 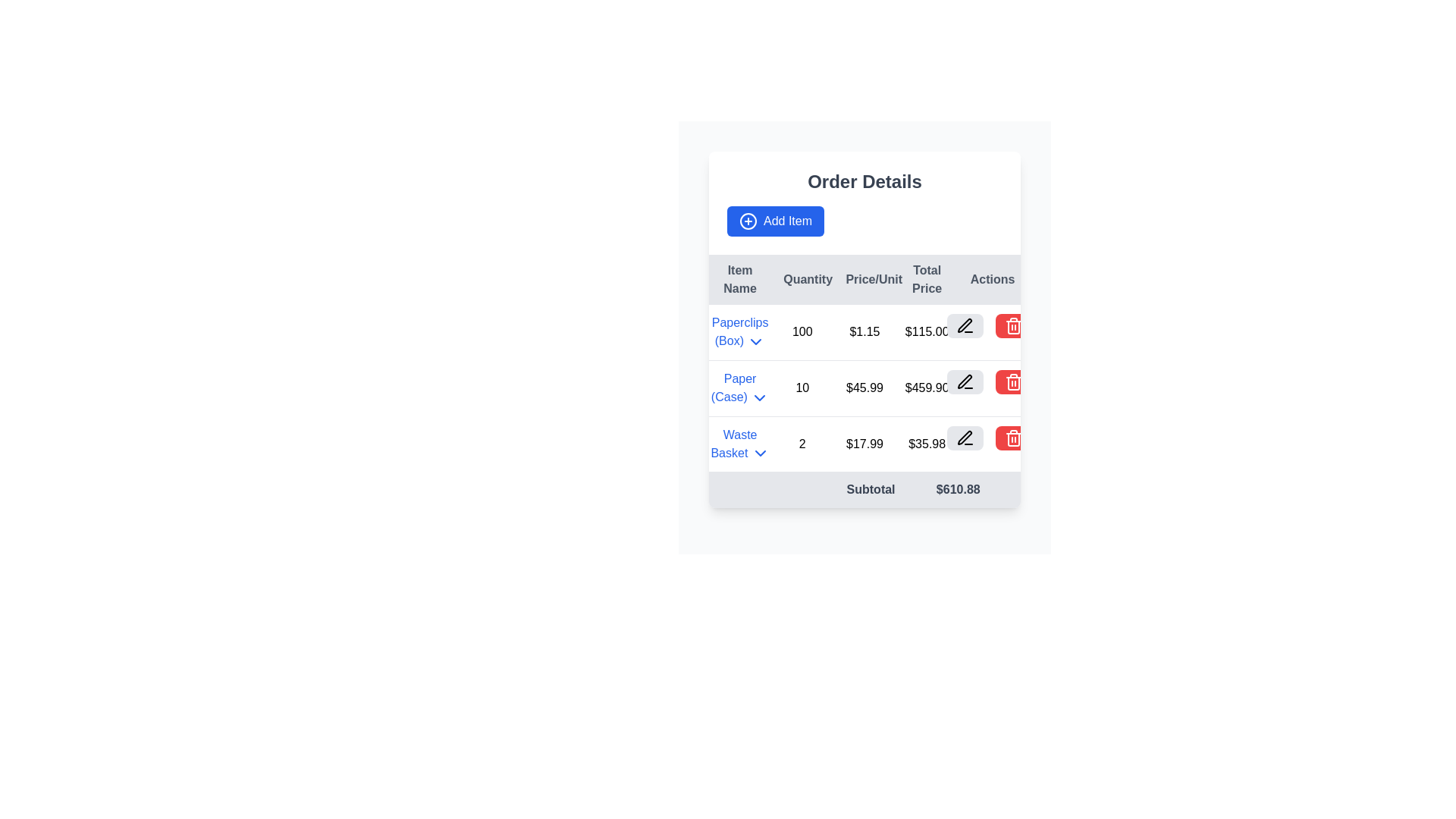 I want to click on the delete button located in the third row of the 'Actions' column in the 'Order Details' table, so click(x=1013, y=381).